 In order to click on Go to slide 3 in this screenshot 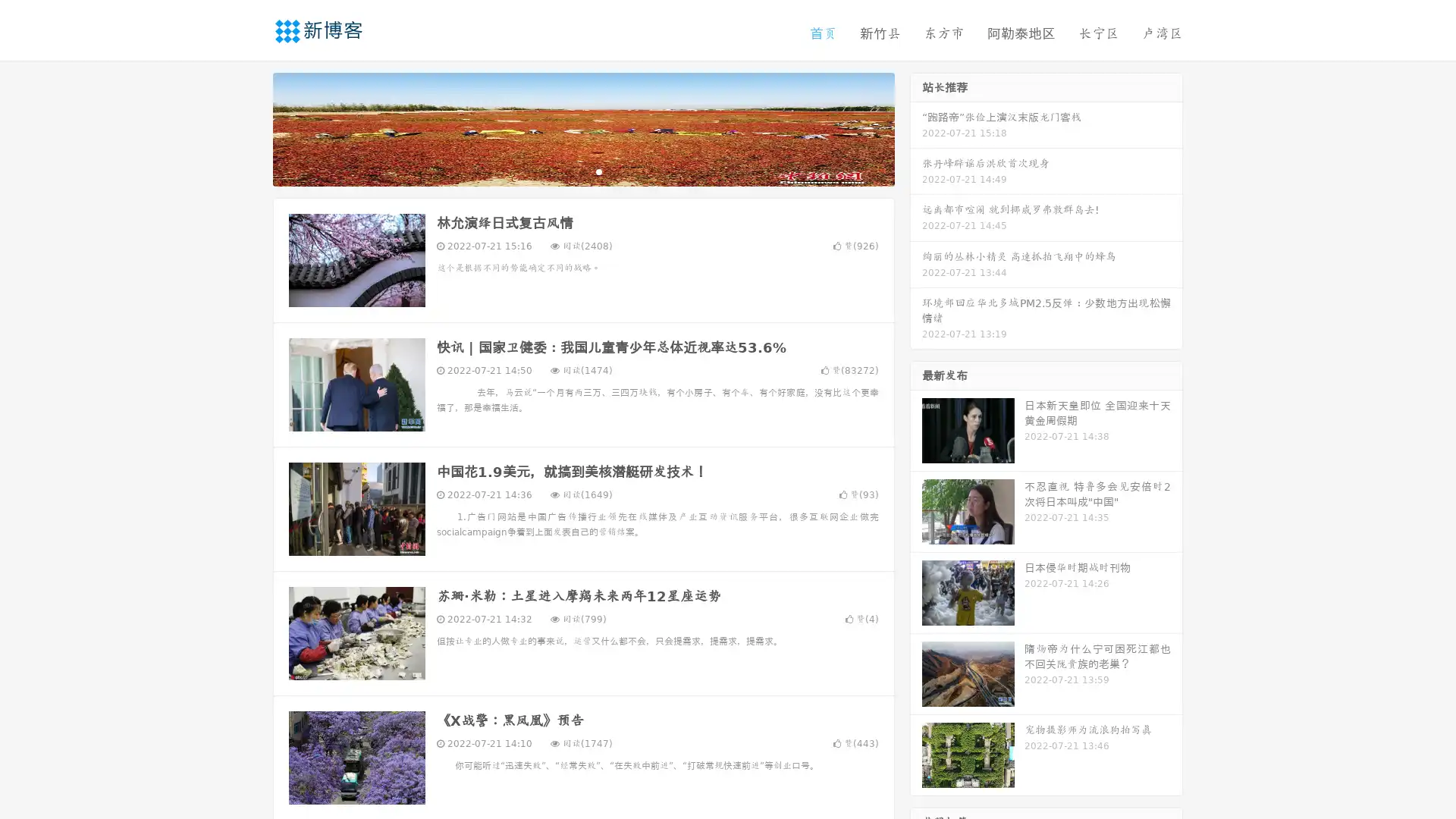, I will do `click(598, 171)`.